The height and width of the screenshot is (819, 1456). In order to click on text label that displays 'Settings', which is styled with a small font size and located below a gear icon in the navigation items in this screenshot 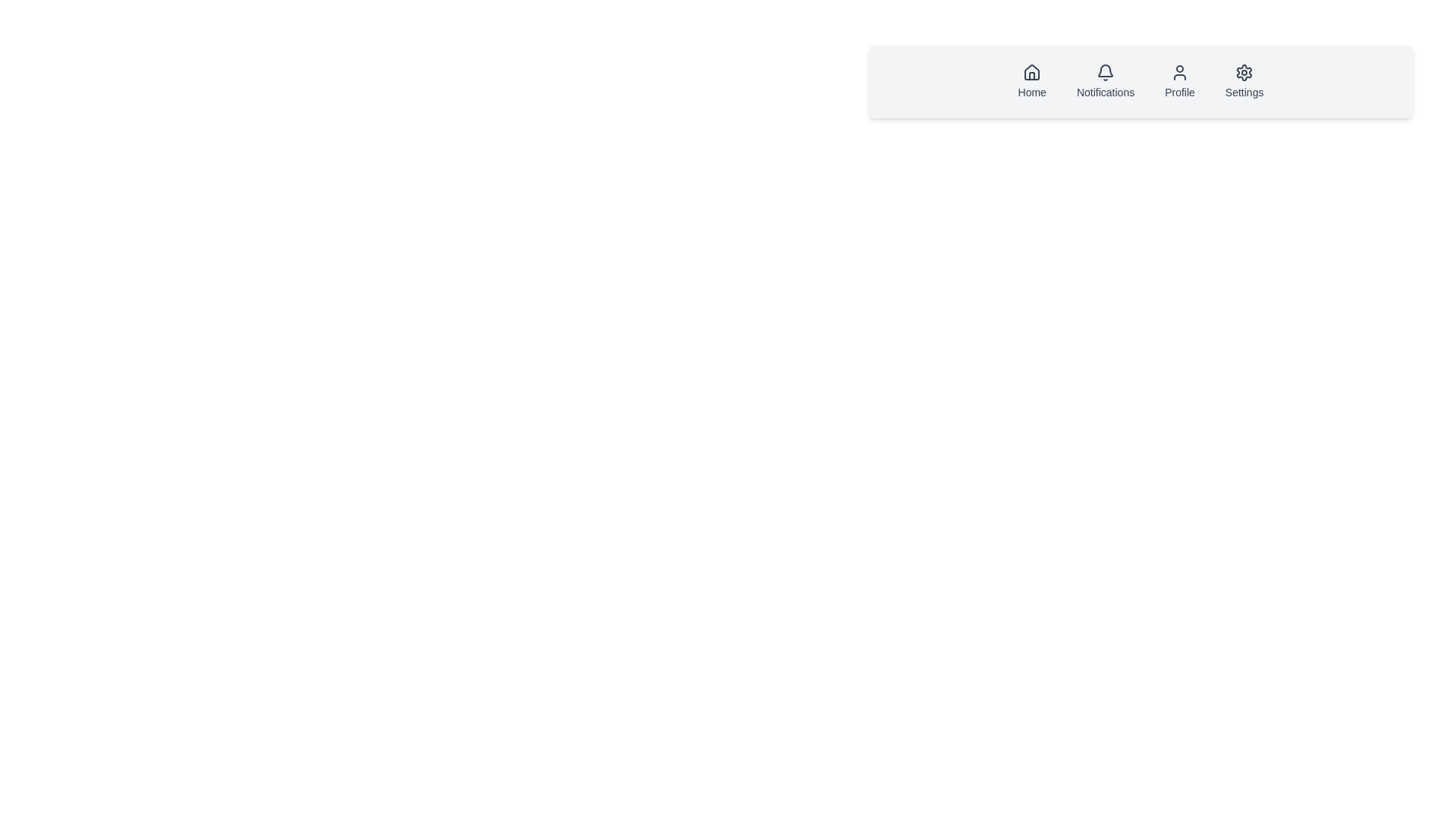, I will do `click(1244, 93)`.